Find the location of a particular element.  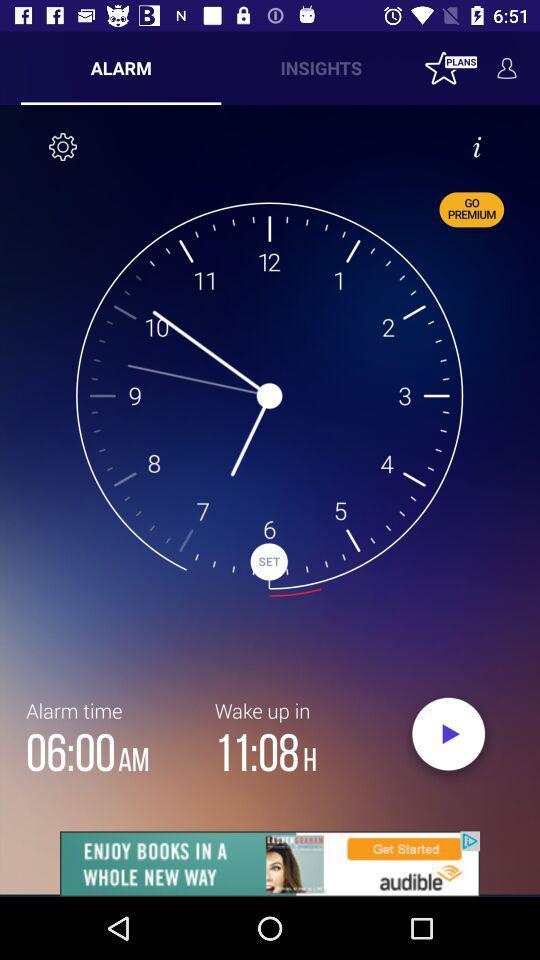

get help is located at coordinates (475, 145).